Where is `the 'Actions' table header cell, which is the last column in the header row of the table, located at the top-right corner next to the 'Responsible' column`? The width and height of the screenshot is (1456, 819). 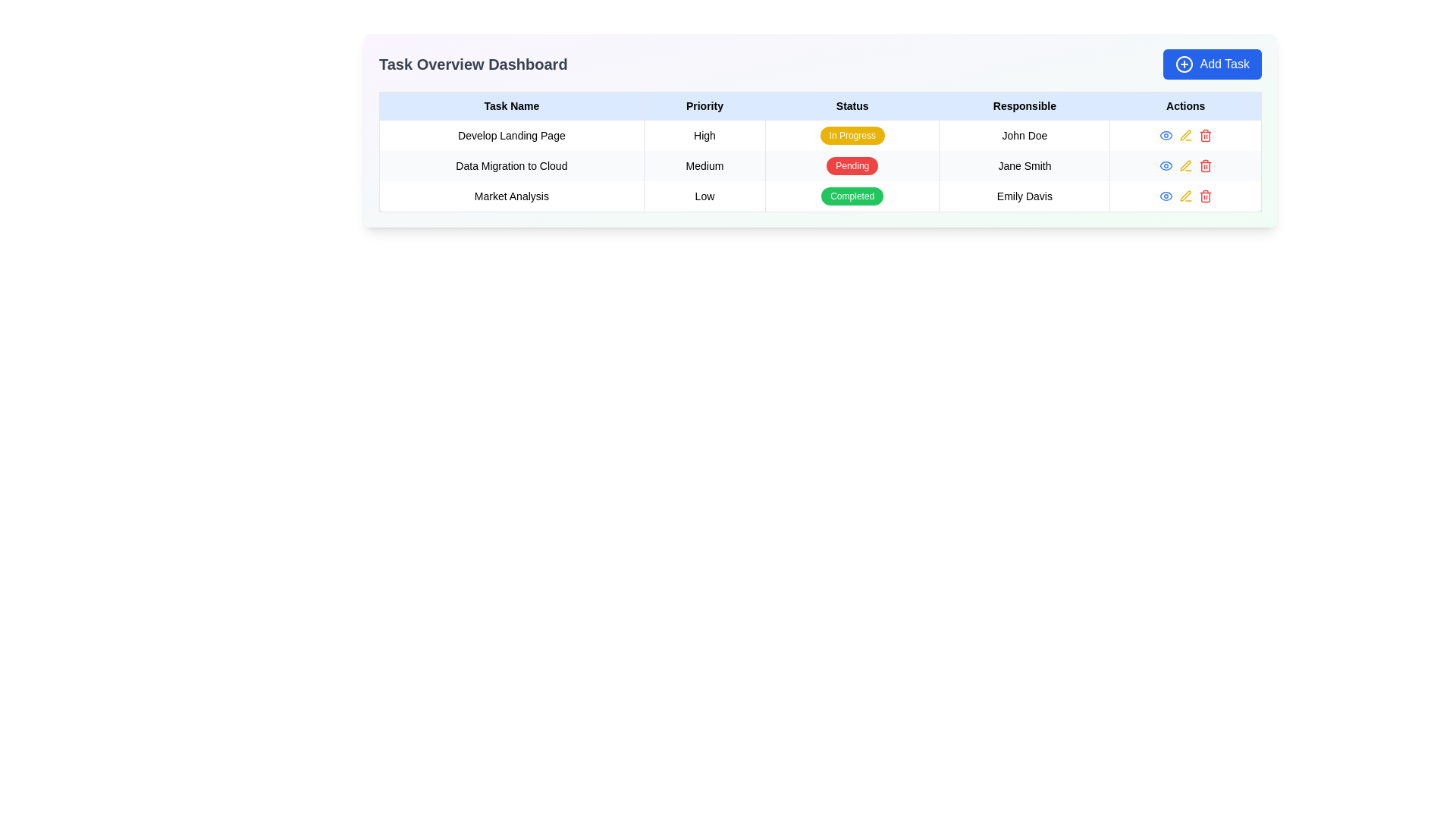
the 'Actions' table header cell, which is the last column in the header row of the table, located at the top-right corner next to the 'Responsible' column is located at coordinates (1185, 105).